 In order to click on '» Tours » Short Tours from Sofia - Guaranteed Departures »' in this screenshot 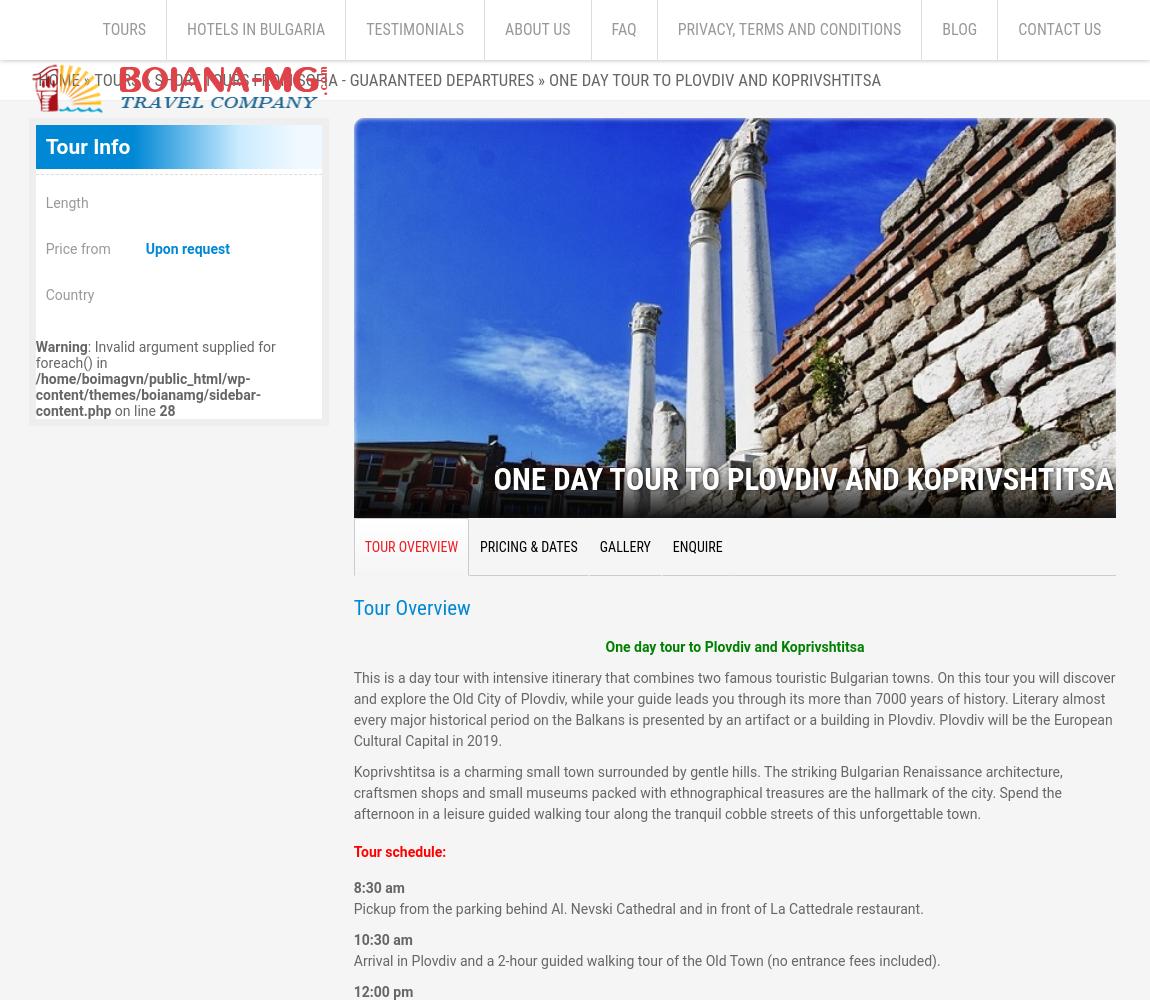, I will do `click(313, 79)`.